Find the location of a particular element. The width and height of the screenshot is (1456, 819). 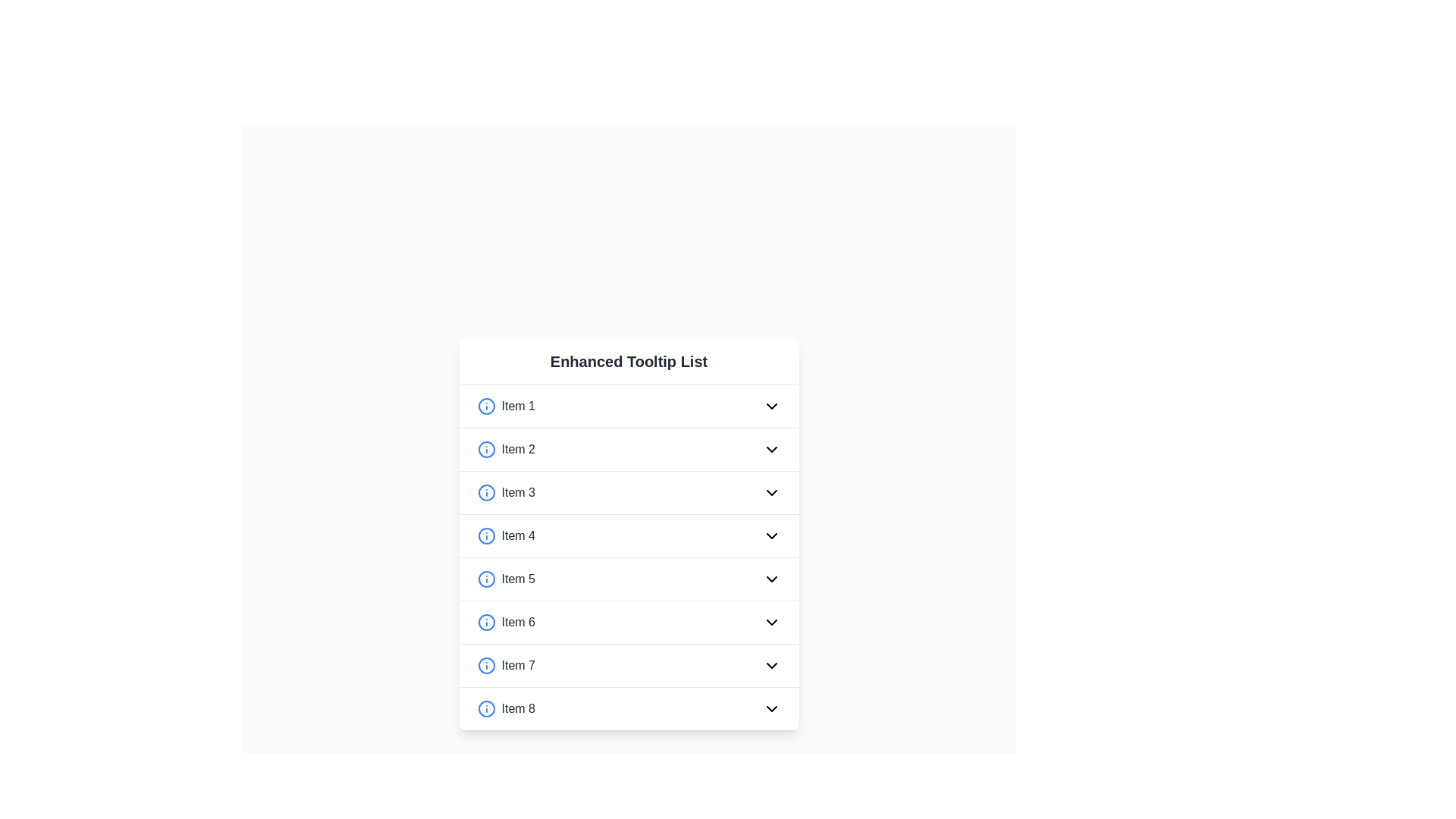

text of the label located in the third row of the vertical list, positioned between 'Item 2' and 'Item 4', centered between an informational circular icon and a dropdown arrow icon is located at coordinates (518, 493).